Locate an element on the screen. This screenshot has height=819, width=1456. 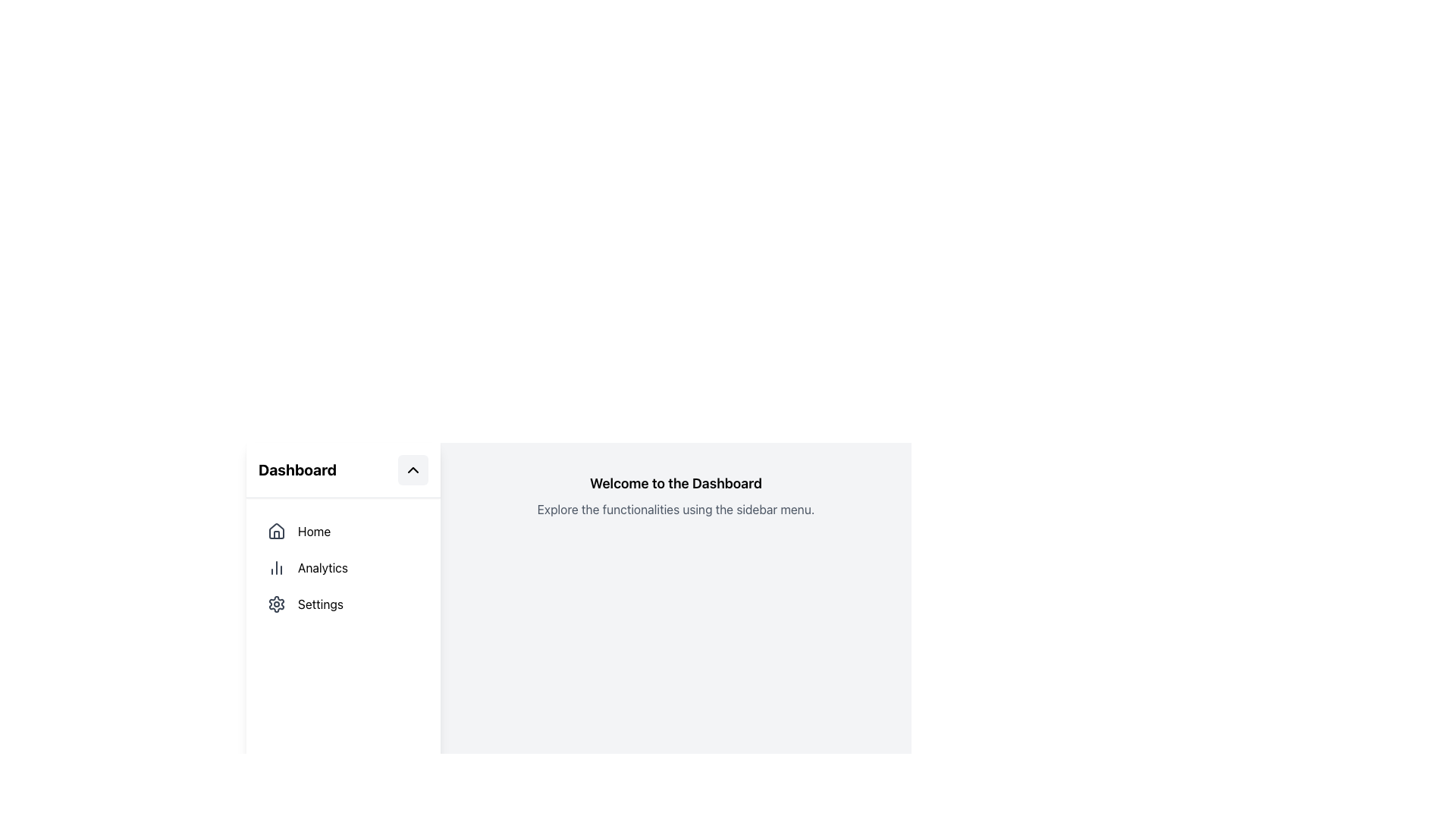
the third Navigation Menu Item in the sidebar is located at coordinates (342, 604).